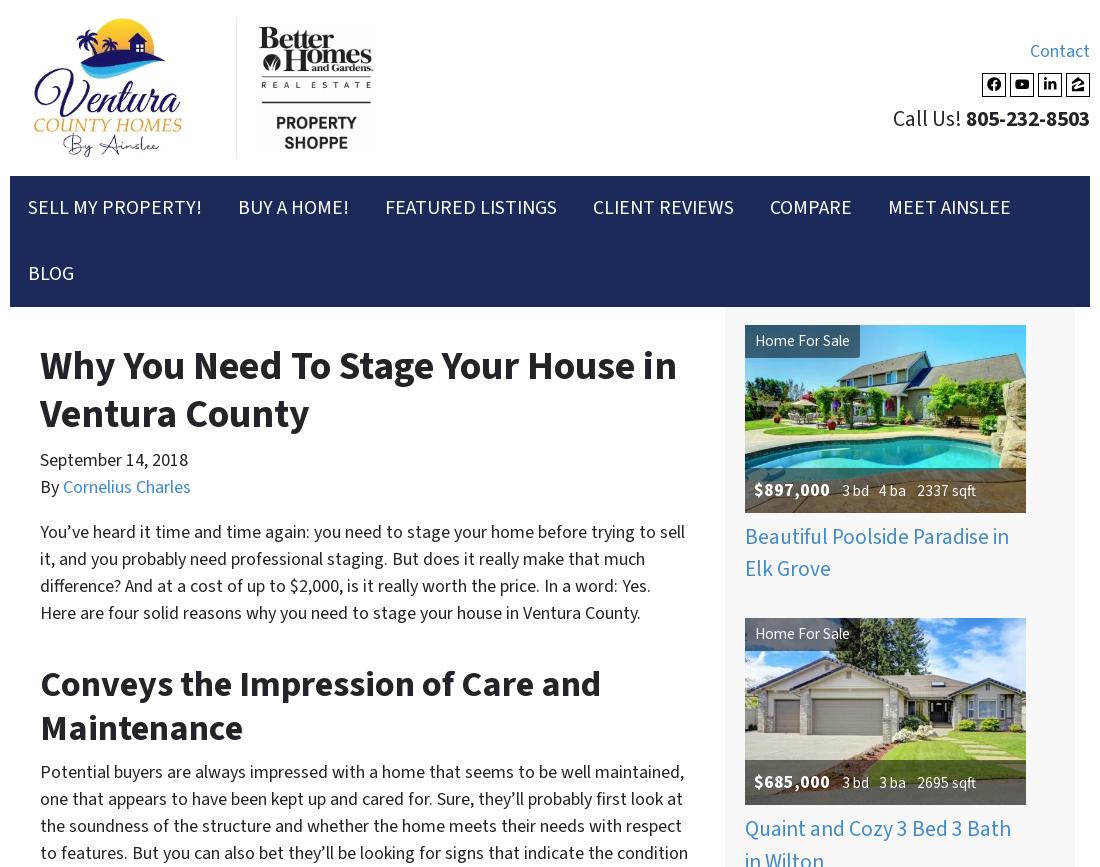  Describe the element at coordinates (76, 273) in the screenshot. I see `'First'` at that location.